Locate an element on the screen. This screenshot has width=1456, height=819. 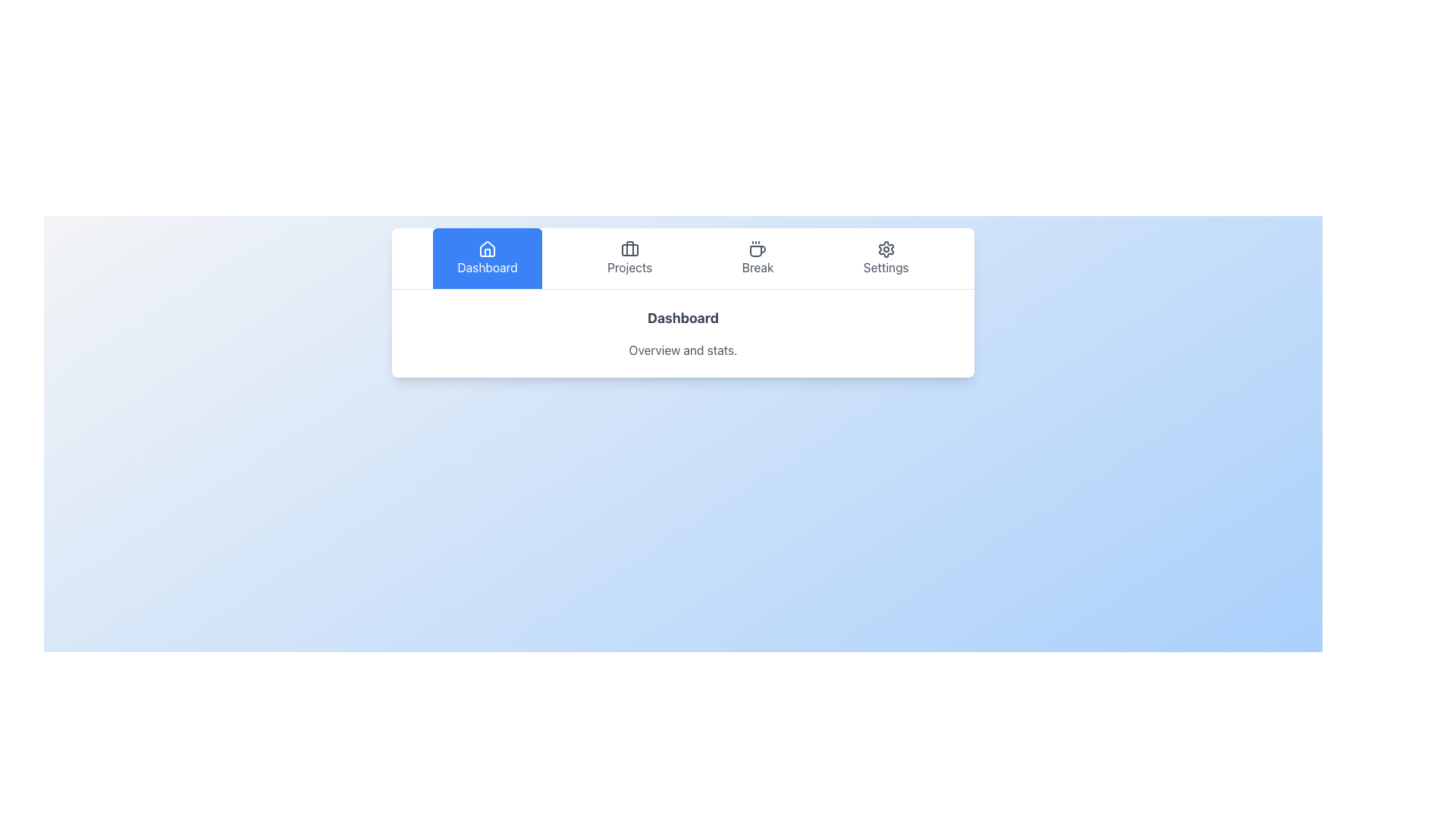
the 'Settings' icon button located in the navigation bar at the upper right corner is located at coordinates (886, 248).